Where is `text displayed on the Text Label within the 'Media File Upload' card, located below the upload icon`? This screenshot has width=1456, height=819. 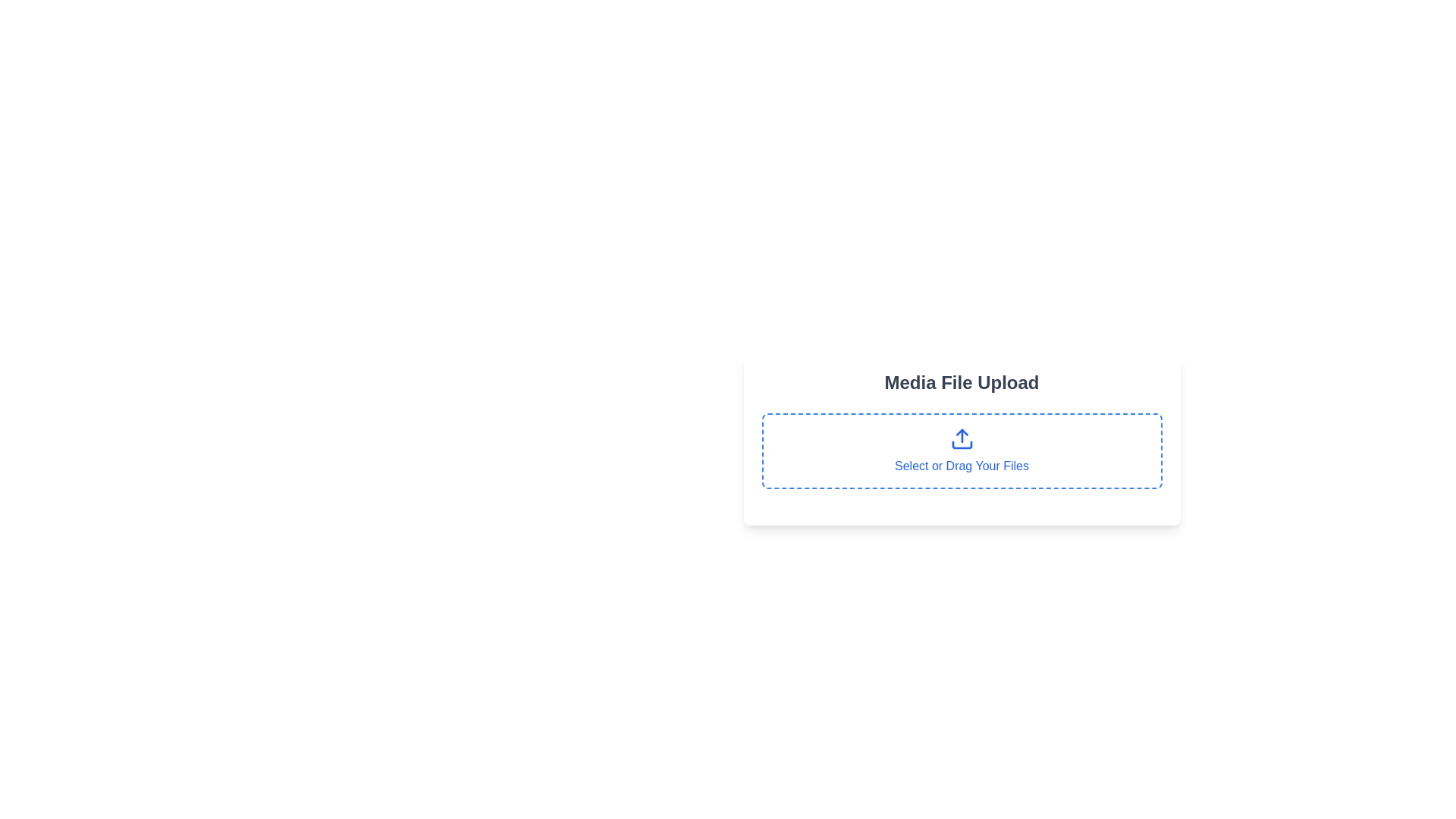
text displayed on the Text Label within the 'Media File Upload' card, located below the upload icon is located at coordinates (961, 465).